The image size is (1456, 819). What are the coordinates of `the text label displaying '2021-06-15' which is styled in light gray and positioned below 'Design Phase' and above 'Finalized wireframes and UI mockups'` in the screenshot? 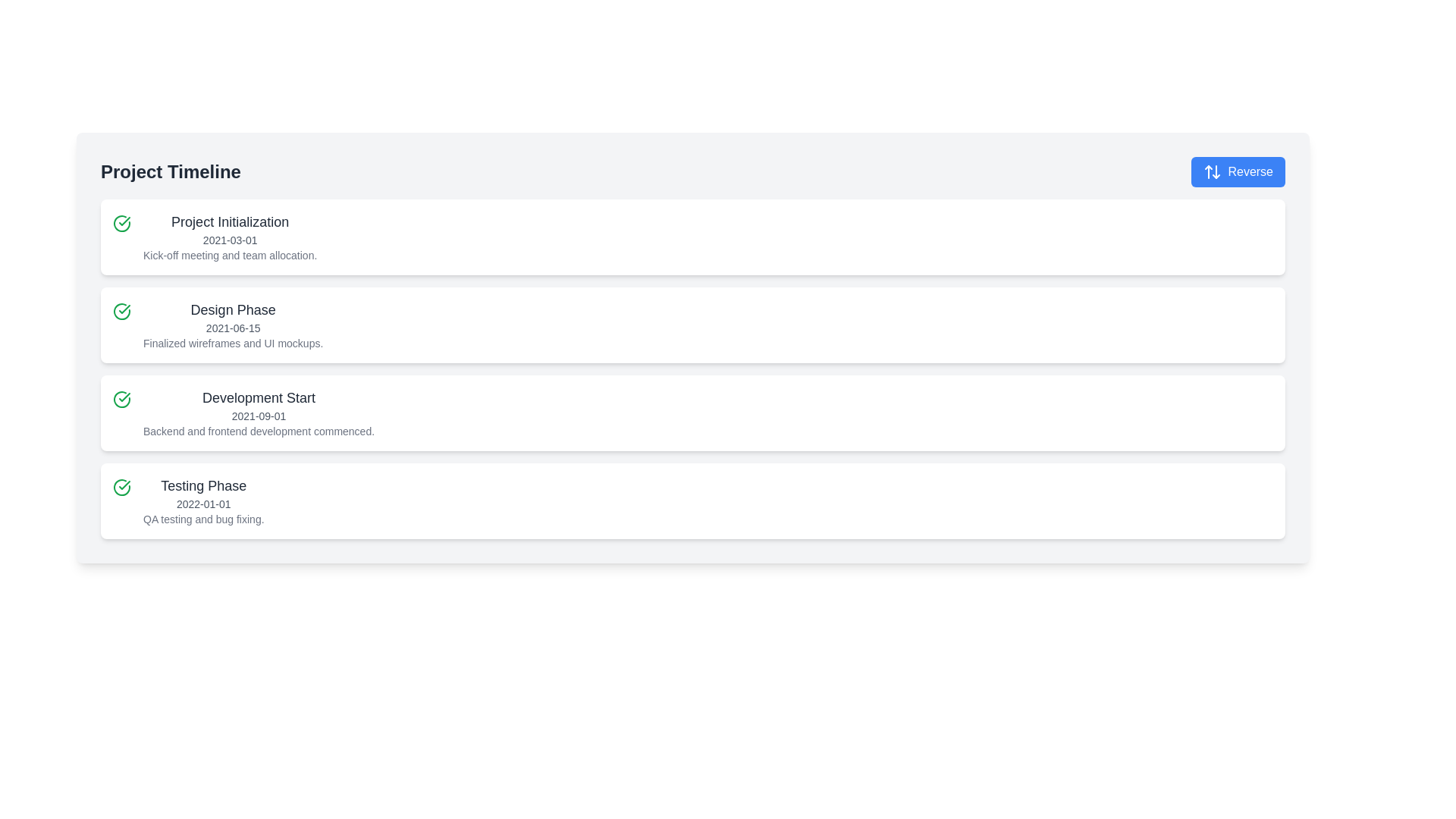 It's located at (232, 327).